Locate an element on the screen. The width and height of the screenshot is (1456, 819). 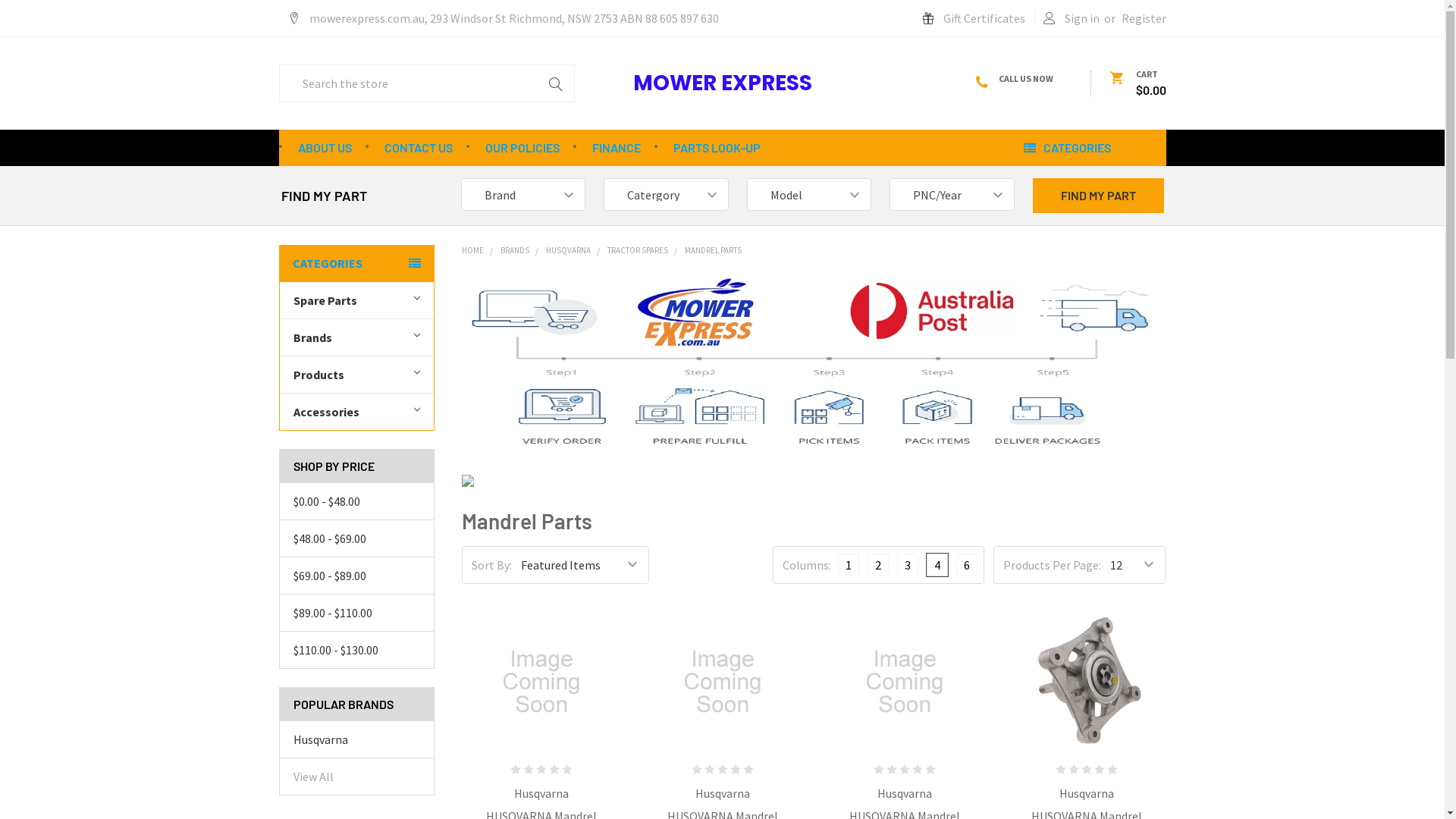
'Gift Certificates' is located at coordinates (973, 17).